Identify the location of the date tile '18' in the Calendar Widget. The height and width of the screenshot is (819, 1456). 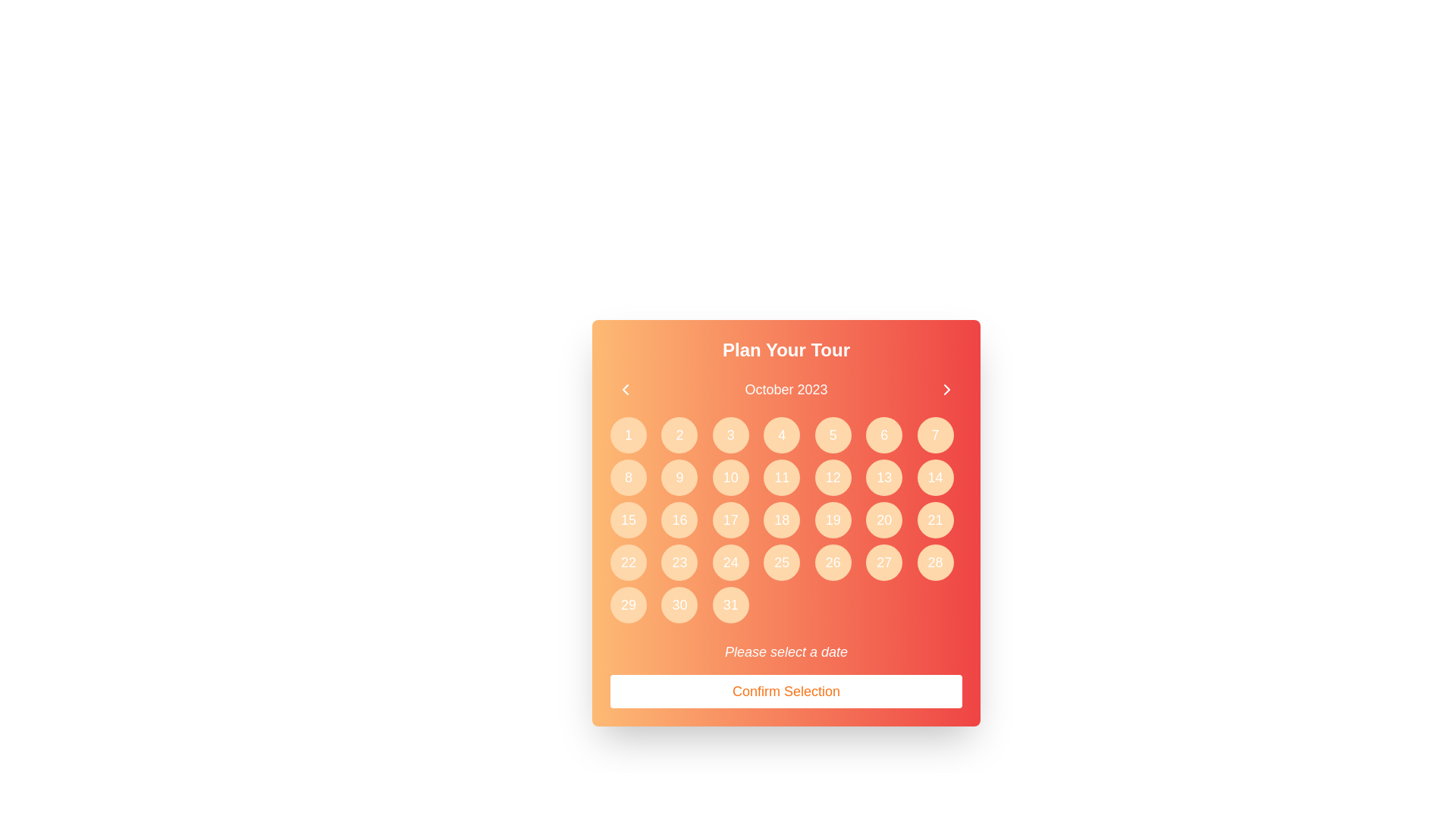
(786, 522).